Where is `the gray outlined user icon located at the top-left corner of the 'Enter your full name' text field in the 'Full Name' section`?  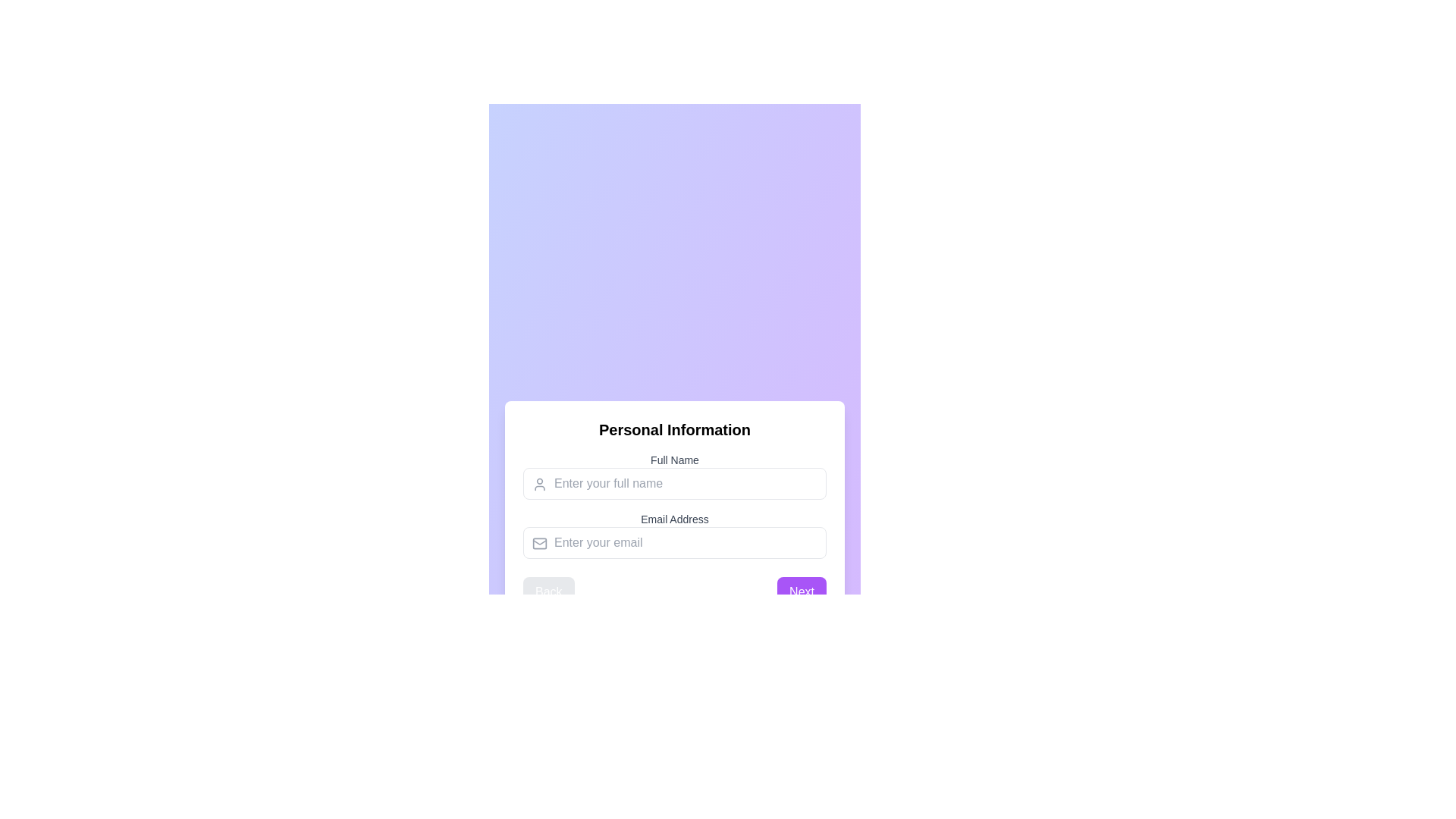 the gray outlined user icon located at the top-left corner of the 'Enter your full name' text field in the 'Full Name' section is located at coordinates (539, 485).